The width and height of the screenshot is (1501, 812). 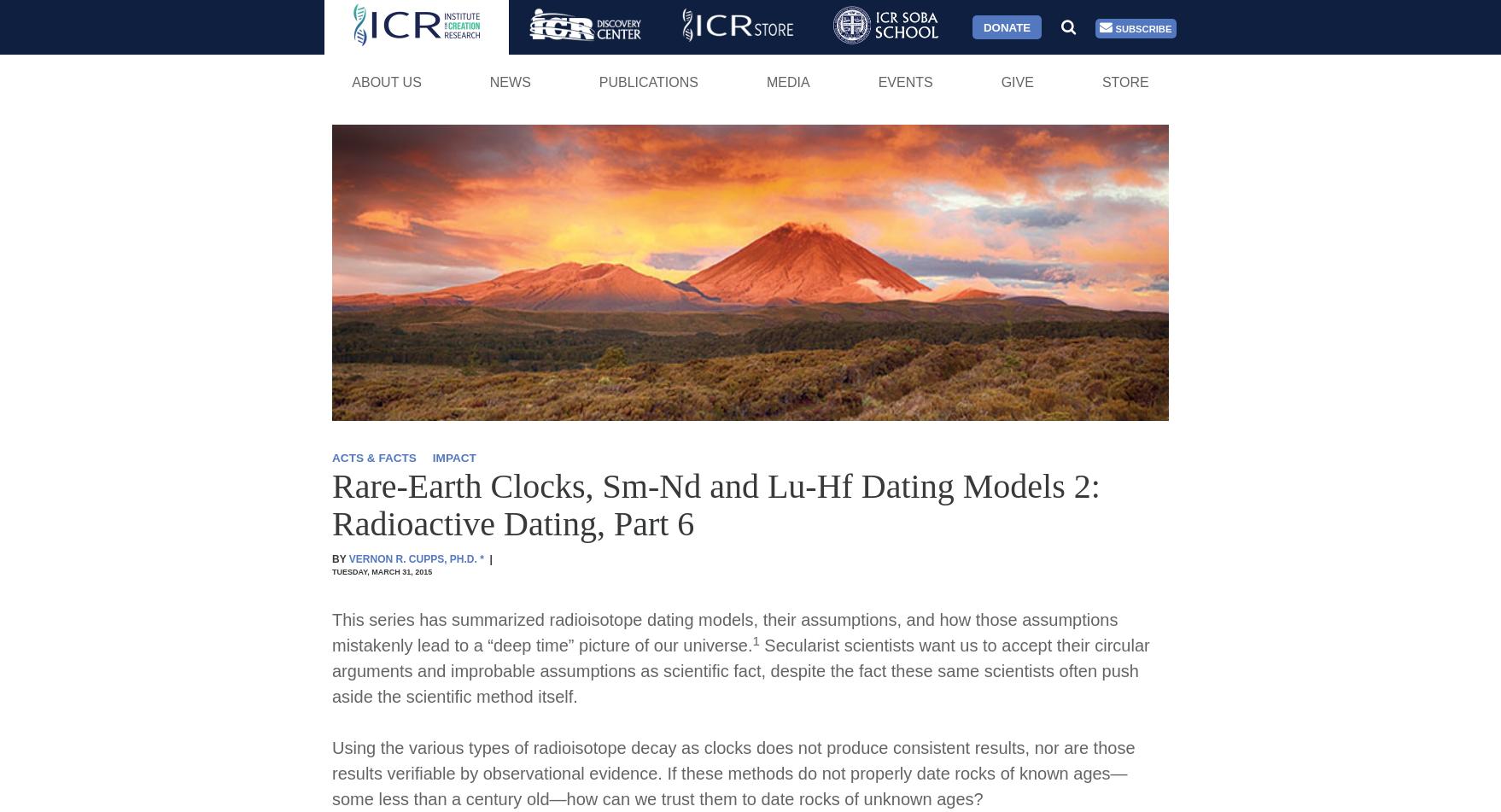 What do you see at coordinates (1006, 26) in the screenshot?
I see `'Donate'` at bounding box center [1006, 26].